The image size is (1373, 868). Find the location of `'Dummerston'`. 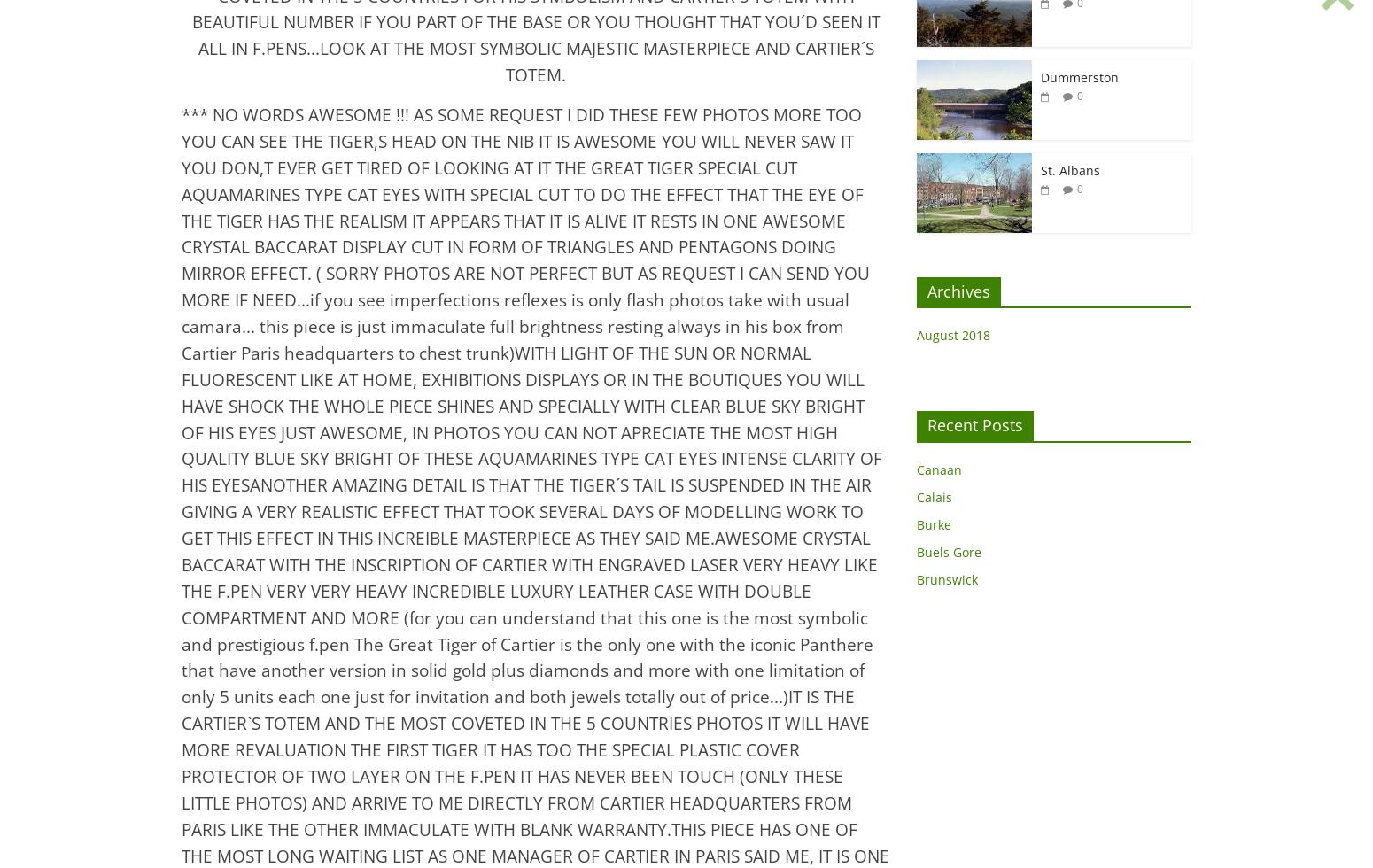

'Dummerston' is located at coordinates (1080, 76).